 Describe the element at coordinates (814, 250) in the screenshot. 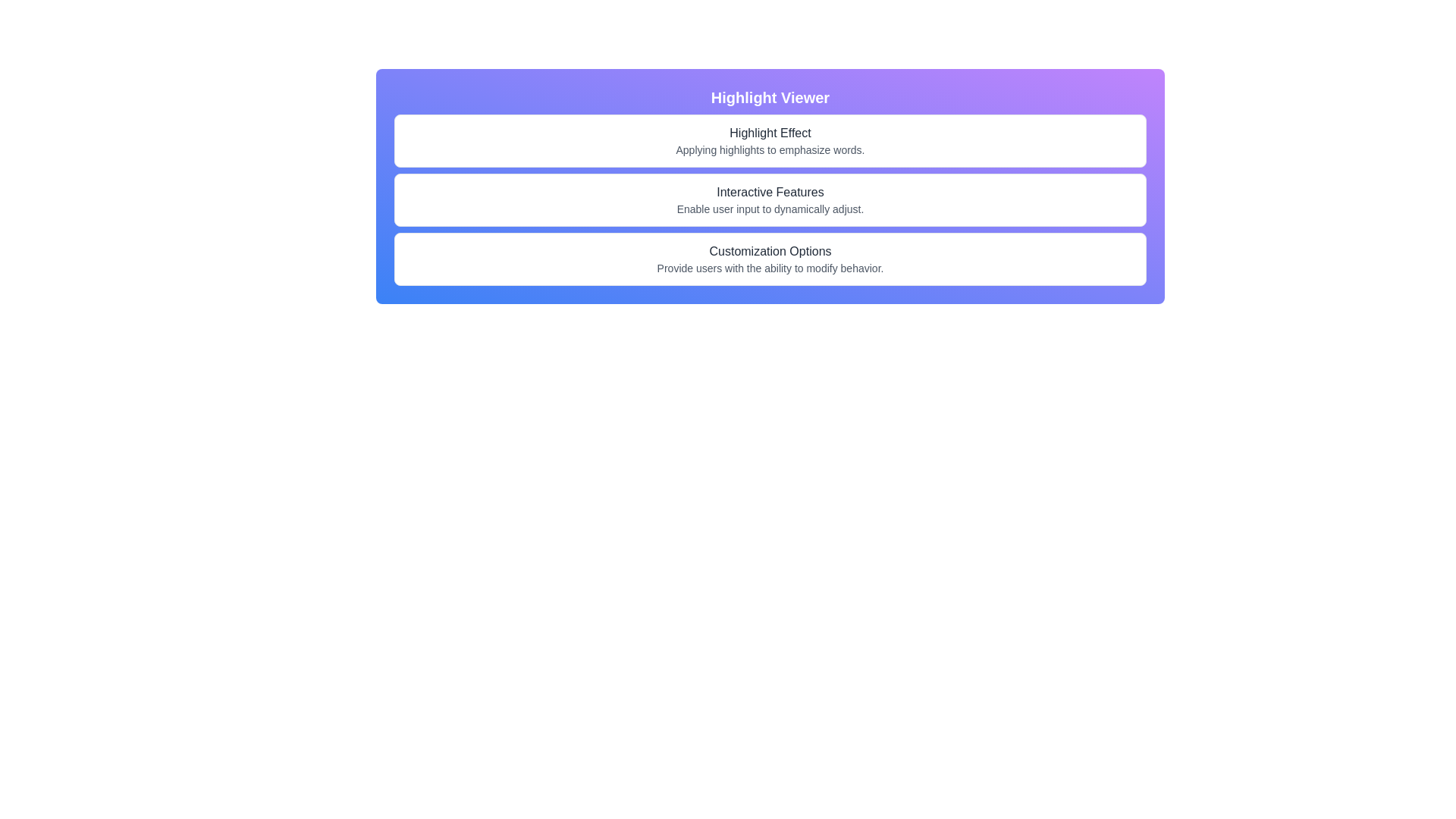

I see `the 20th character in the text 'Customization Options' within the 'Highlight Viewer' panel` at that location.